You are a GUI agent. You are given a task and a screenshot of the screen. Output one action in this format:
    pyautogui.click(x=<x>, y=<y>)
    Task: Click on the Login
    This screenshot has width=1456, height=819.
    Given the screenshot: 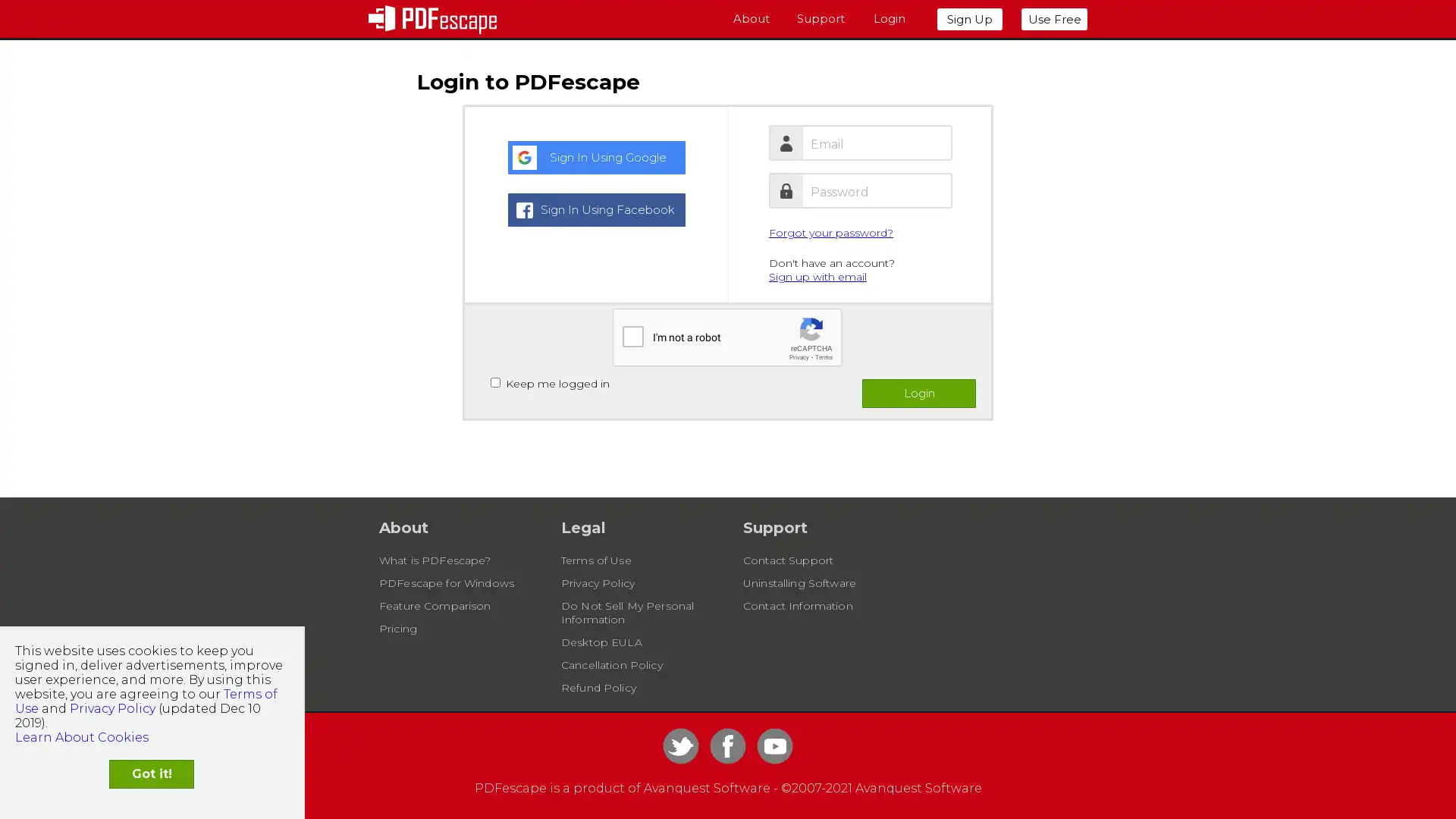 What is the action you would take?
    pyautogui.click(x=918, y=393)
    